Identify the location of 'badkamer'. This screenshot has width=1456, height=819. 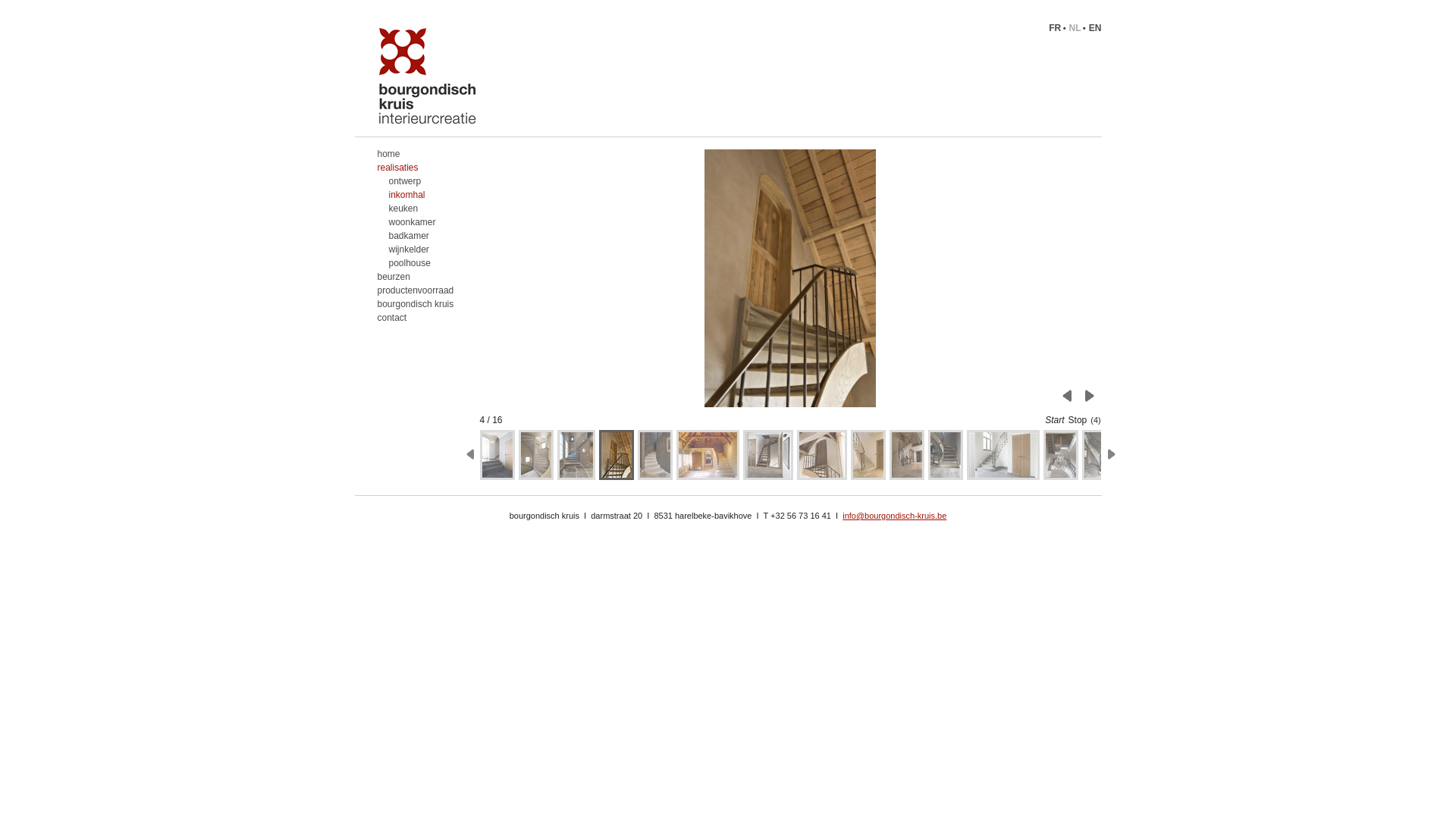
(411, 236).